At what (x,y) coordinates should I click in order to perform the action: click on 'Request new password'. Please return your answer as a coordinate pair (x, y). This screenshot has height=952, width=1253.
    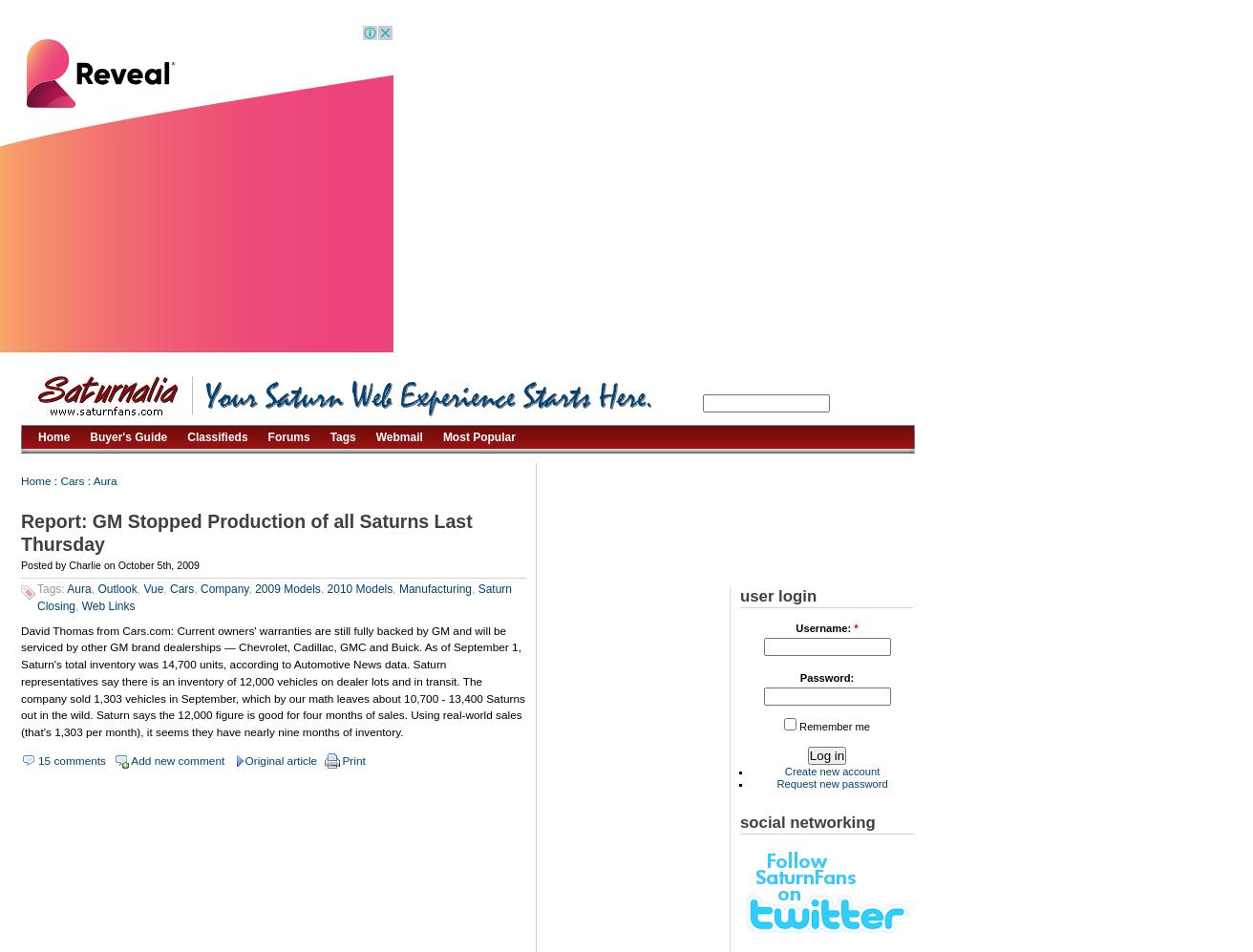
    Looking at the image, I should click on (831, 784).